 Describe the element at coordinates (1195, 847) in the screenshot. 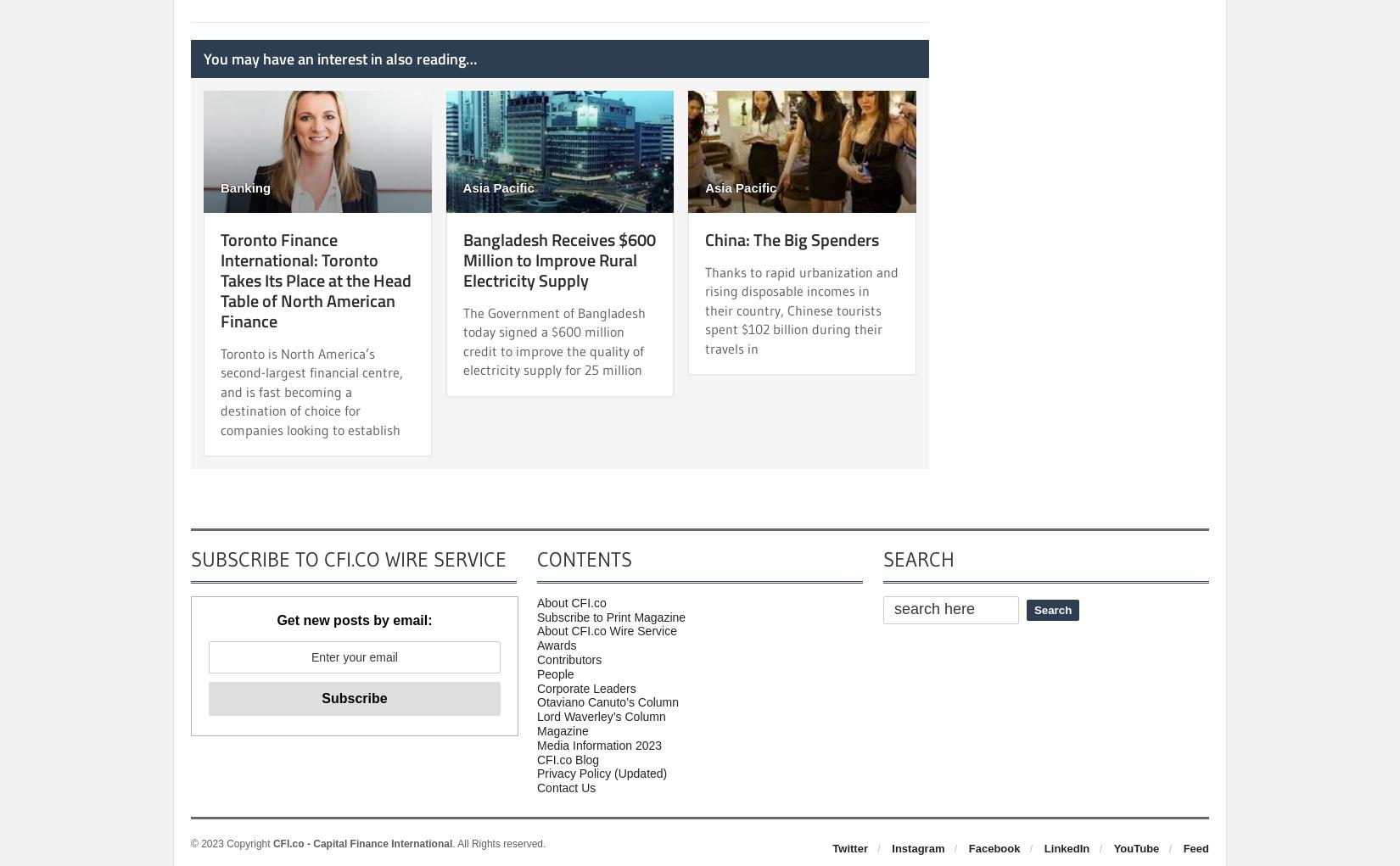

I see `'Feed'` at that location.